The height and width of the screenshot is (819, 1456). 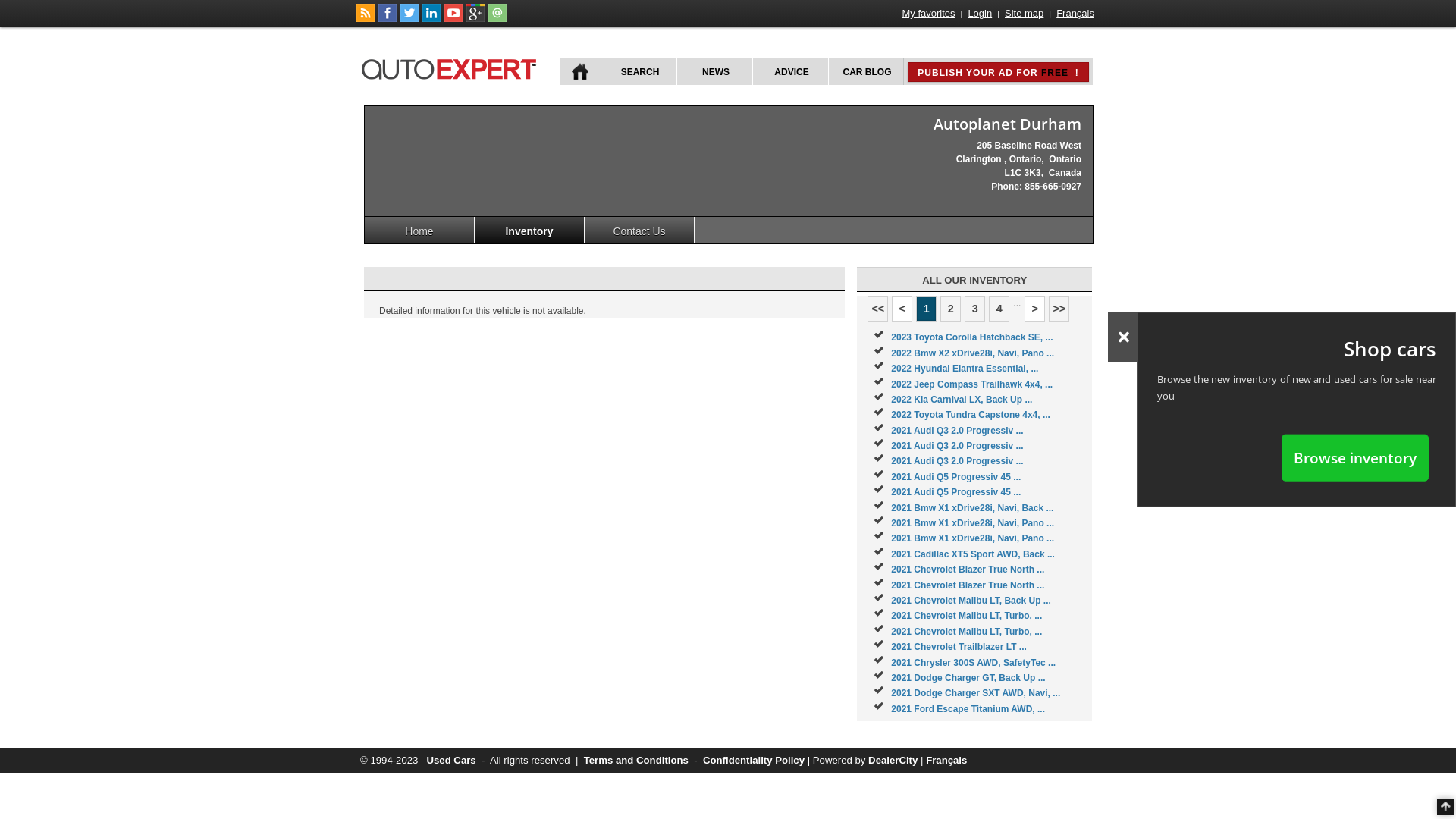 What do you see at coordinates (1024, 13) in the screenshot?
I see `'Site map'` at bounding box center [1024, 13].